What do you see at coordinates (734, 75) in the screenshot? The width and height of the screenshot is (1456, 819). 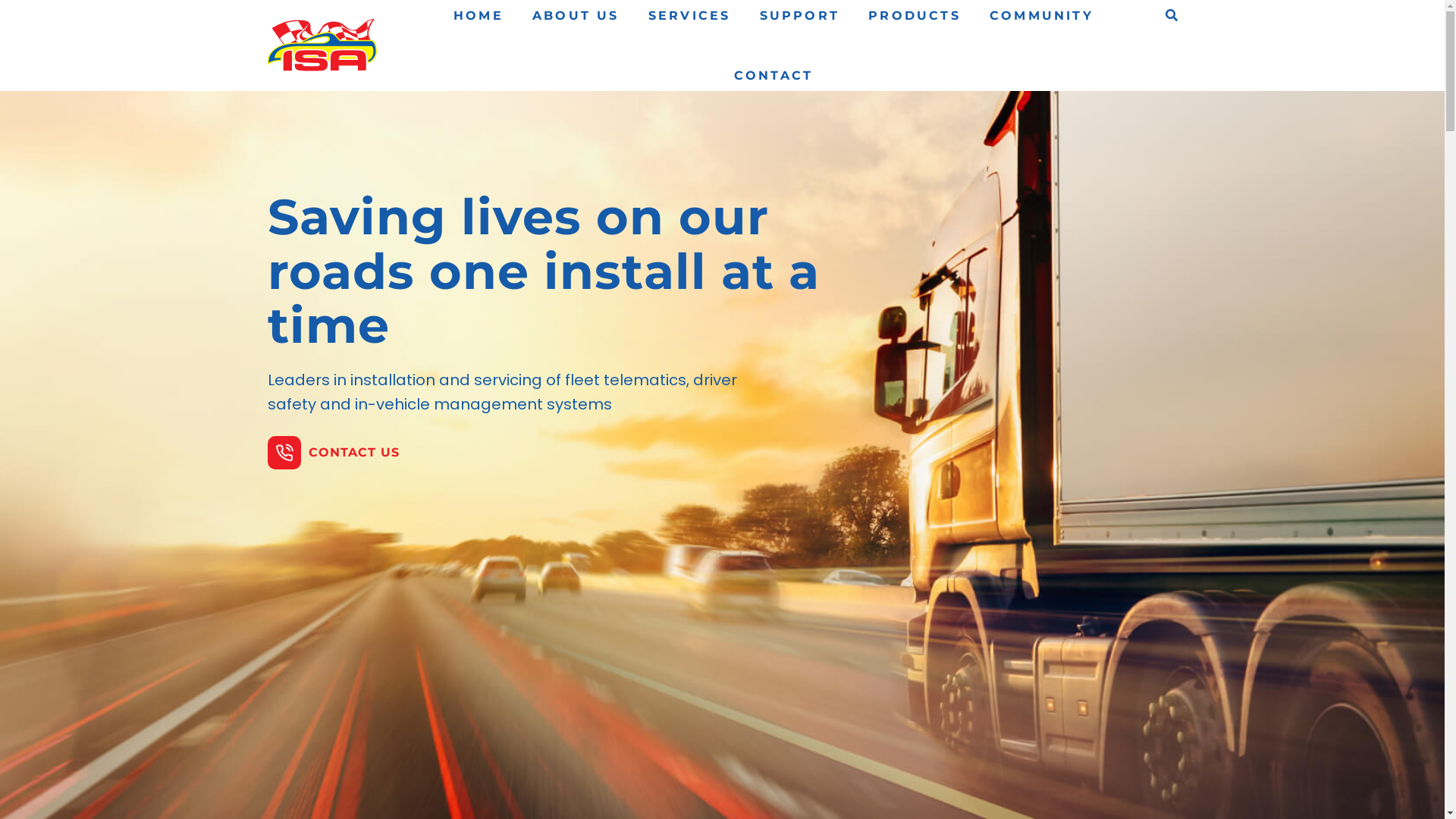 I see `'CONTACT'` at bounding box center [734, 75].